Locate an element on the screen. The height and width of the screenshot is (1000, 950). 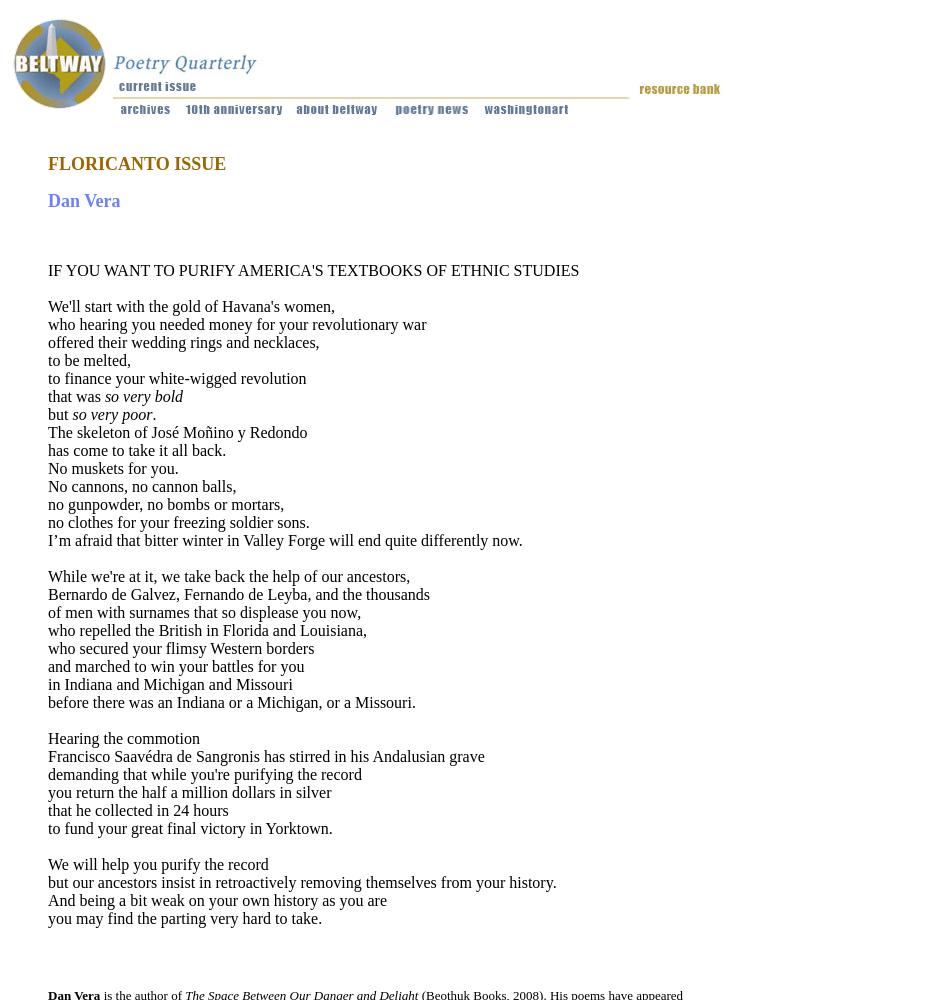
'Artist Residencies' is located at coordinates (699, 433).